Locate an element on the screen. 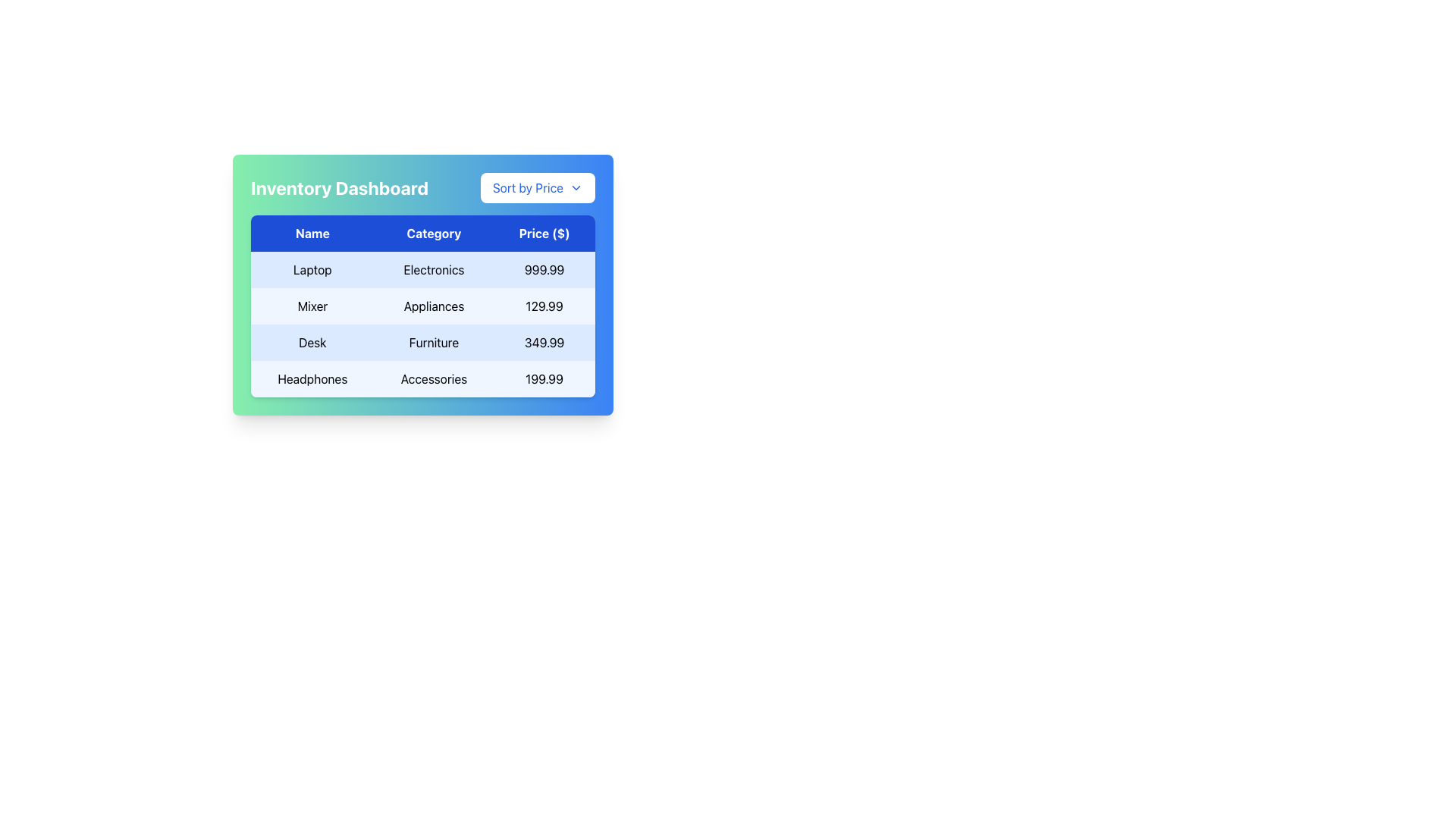  the static text label displaying 'Mixer' in bold, black sans-serif font, located in the second row of the 'Inventory Dashboard' table under the 'Name' column is located at coordinates (312, 306).